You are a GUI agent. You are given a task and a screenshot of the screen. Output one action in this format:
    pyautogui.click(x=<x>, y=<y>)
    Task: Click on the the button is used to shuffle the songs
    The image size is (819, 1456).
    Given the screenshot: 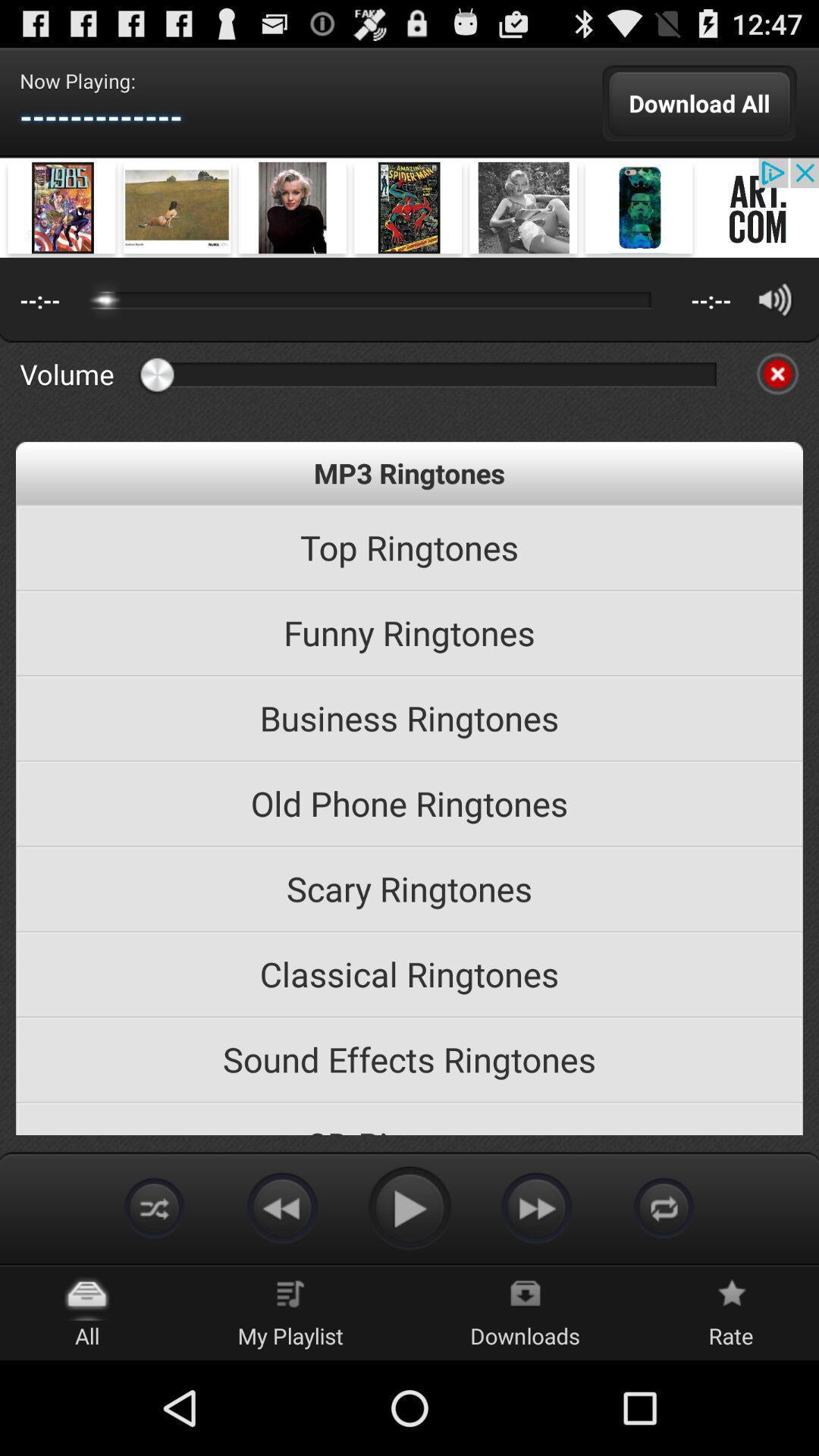 What is the action you would take?
    pyautogui.click(x=155, y=1207)
    